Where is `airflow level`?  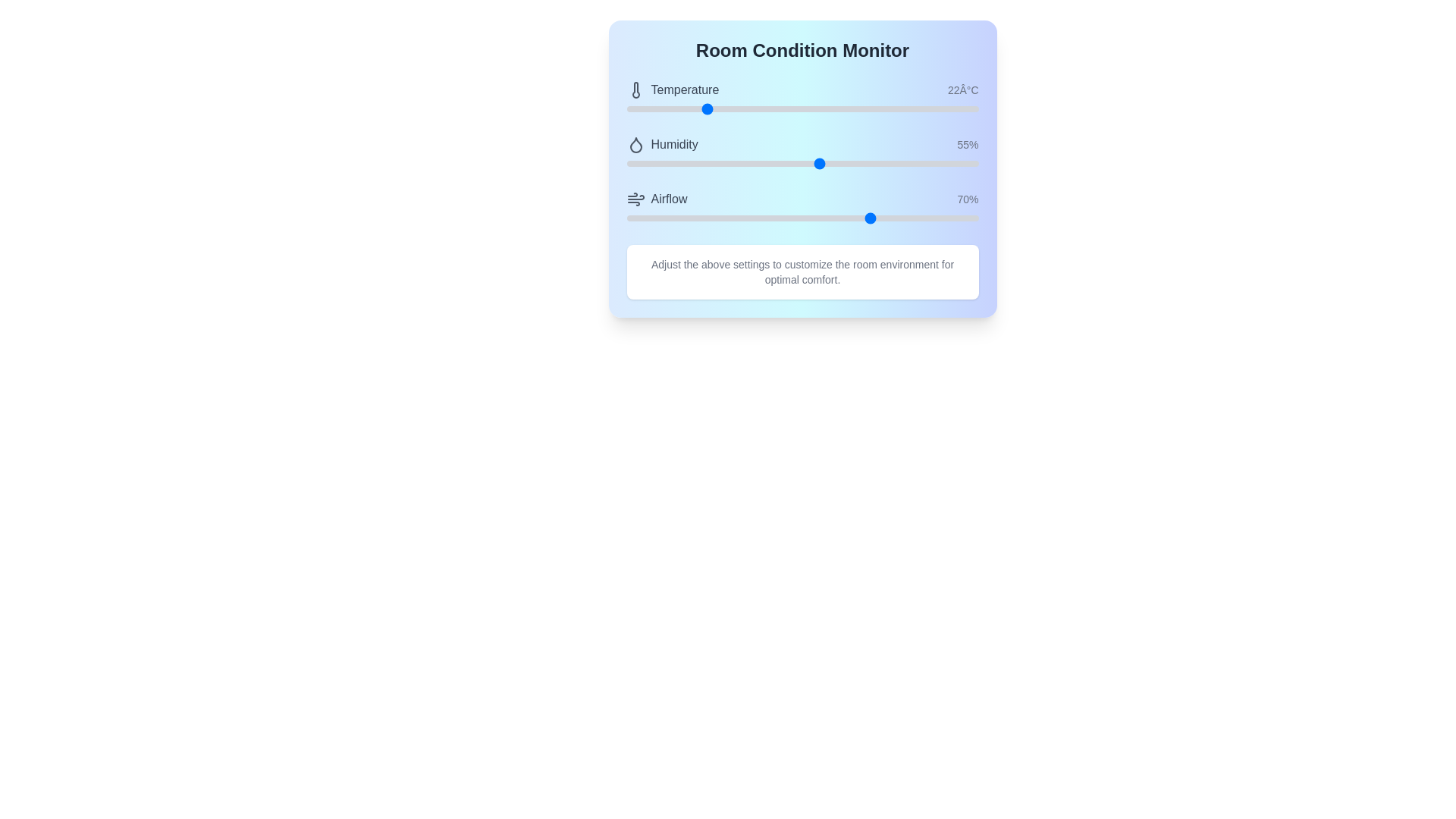 airflow level is located at coordinates (749, 218).